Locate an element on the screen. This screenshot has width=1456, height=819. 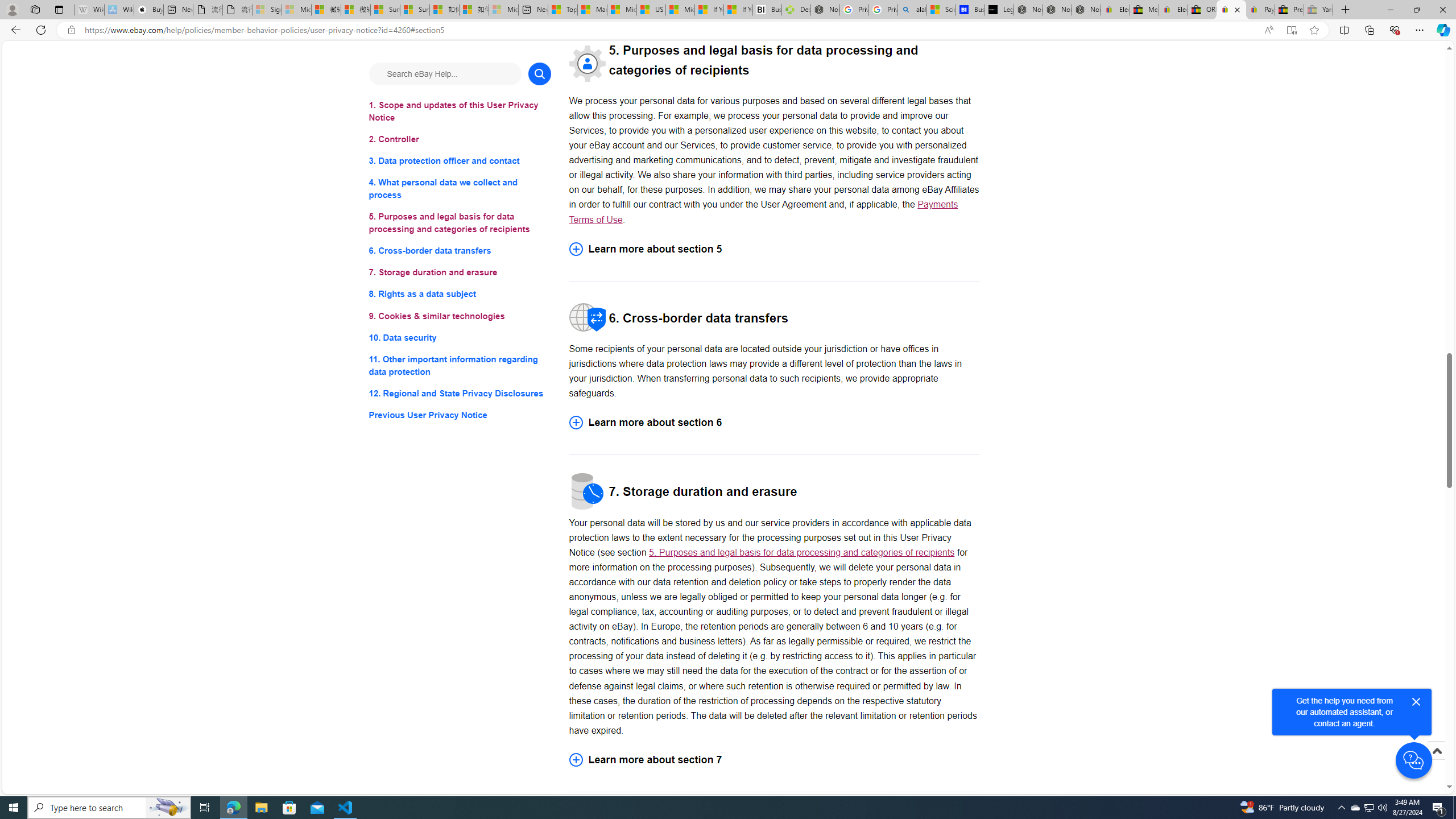
'4. What personal data we collect and process' is located at coordinates (459, 189).